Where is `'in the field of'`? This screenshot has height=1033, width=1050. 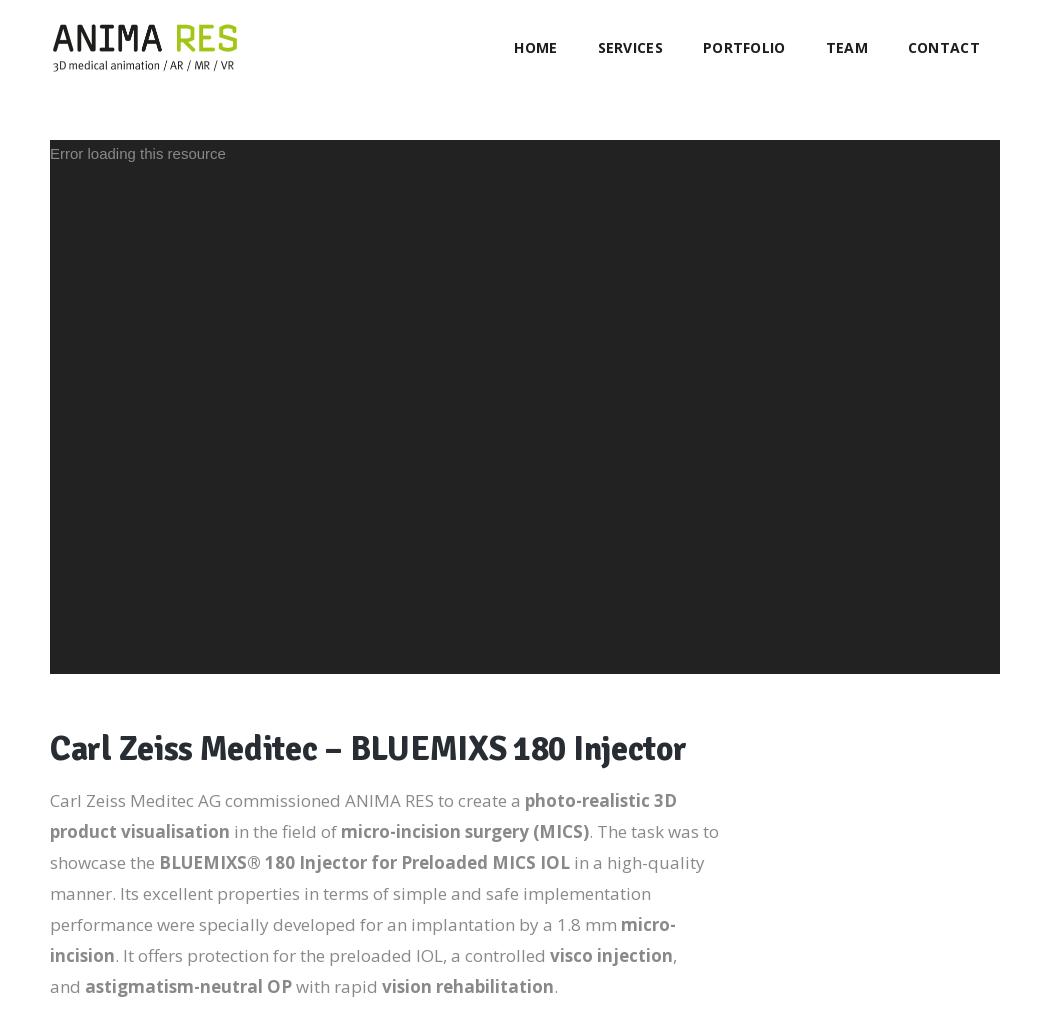
'in the field of' is located at coordinates (284, 831).